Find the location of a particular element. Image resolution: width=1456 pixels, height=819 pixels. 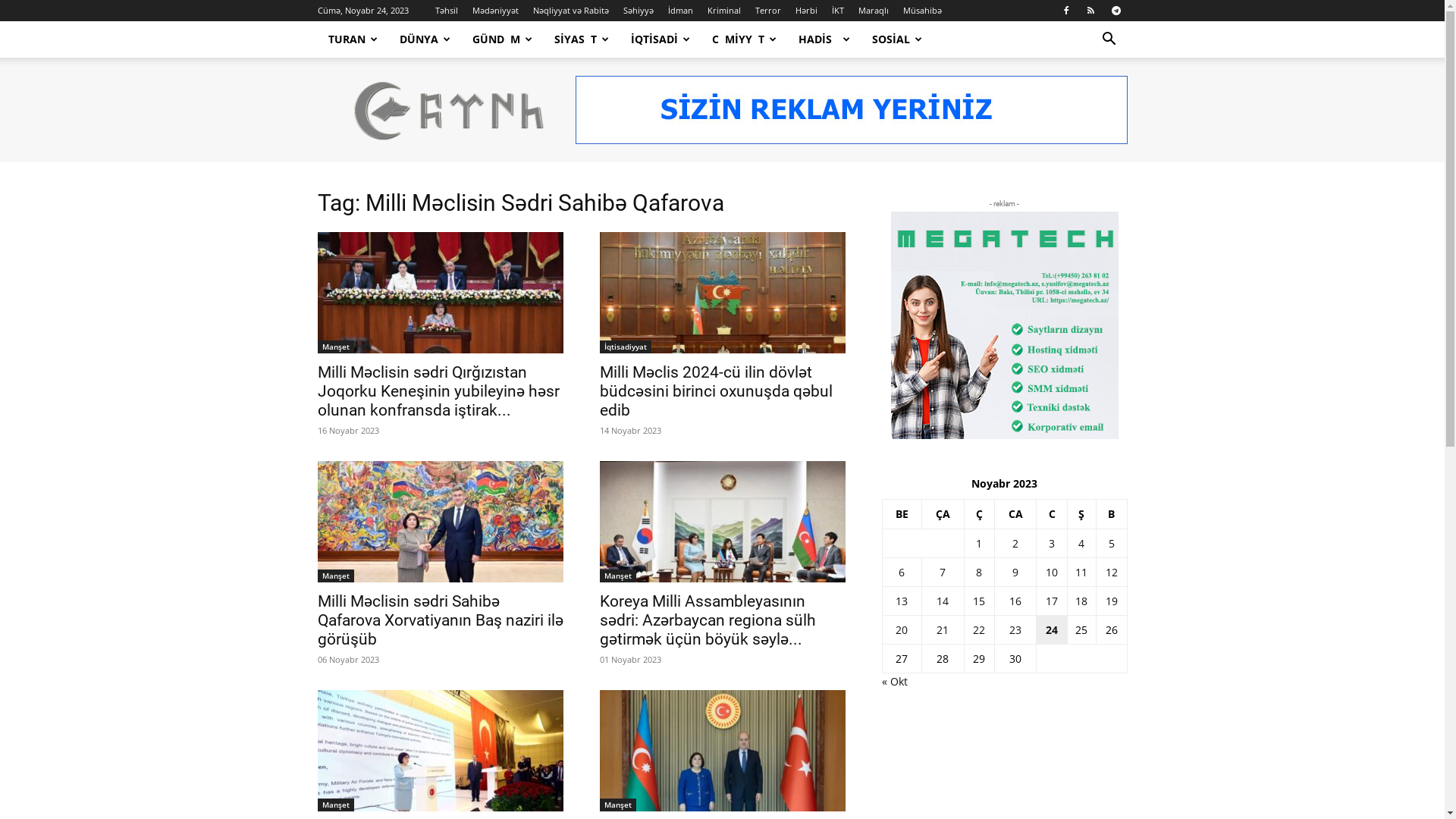

'16' is located at coordinates (1015, 600).